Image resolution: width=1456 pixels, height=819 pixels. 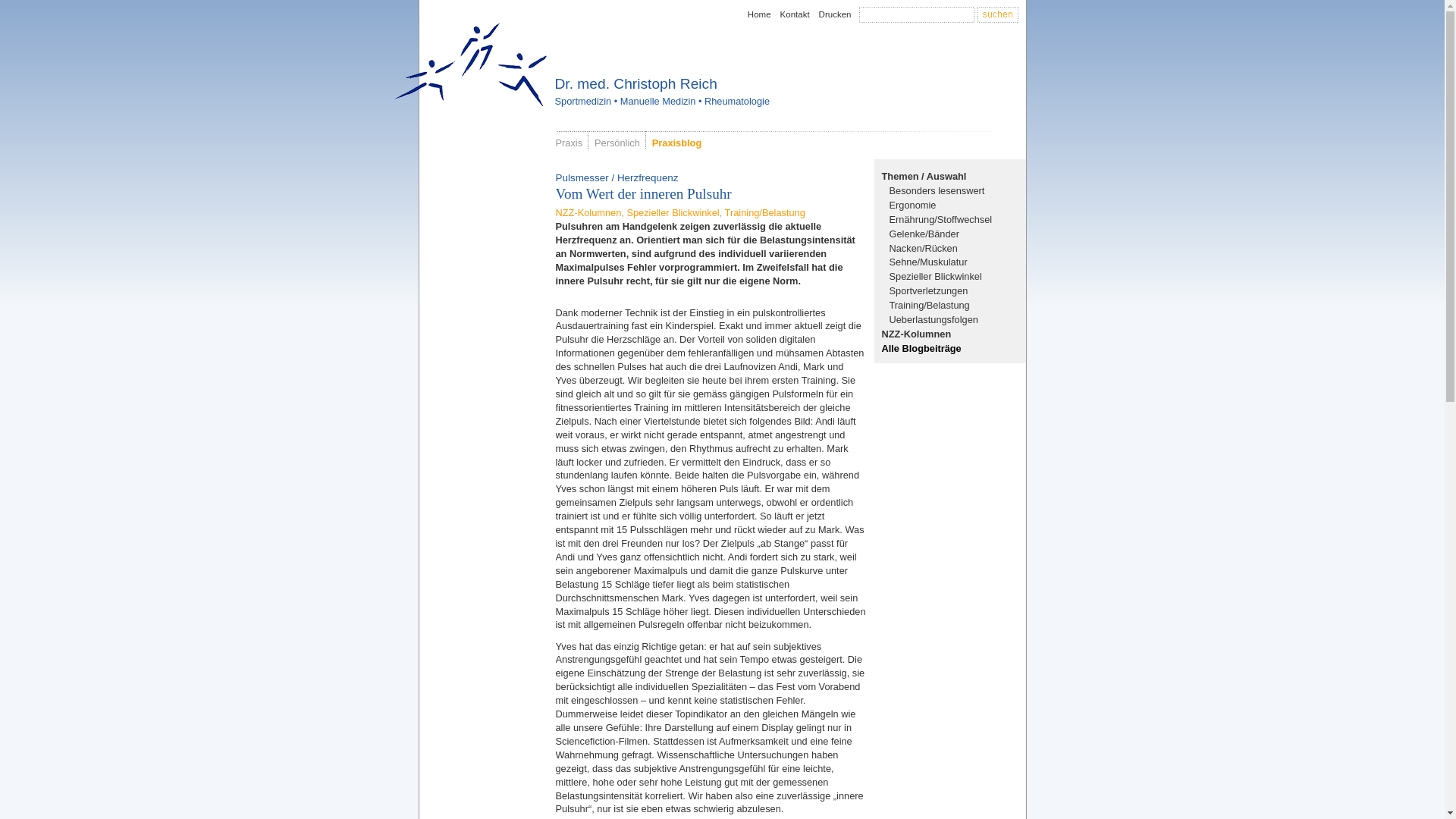 What do you see at coordinates (934, 276) in the screenshot?
I see `'Spezieller Blickwinkel'` at bounding box center [934, 276].